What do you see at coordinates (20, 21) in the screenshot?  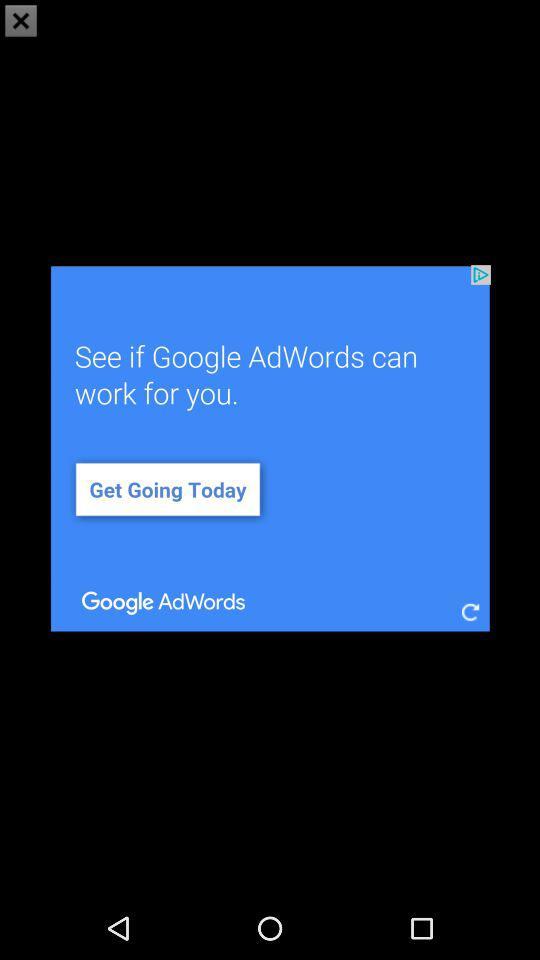 I see `the close icon` at bounding box center [20, 21].